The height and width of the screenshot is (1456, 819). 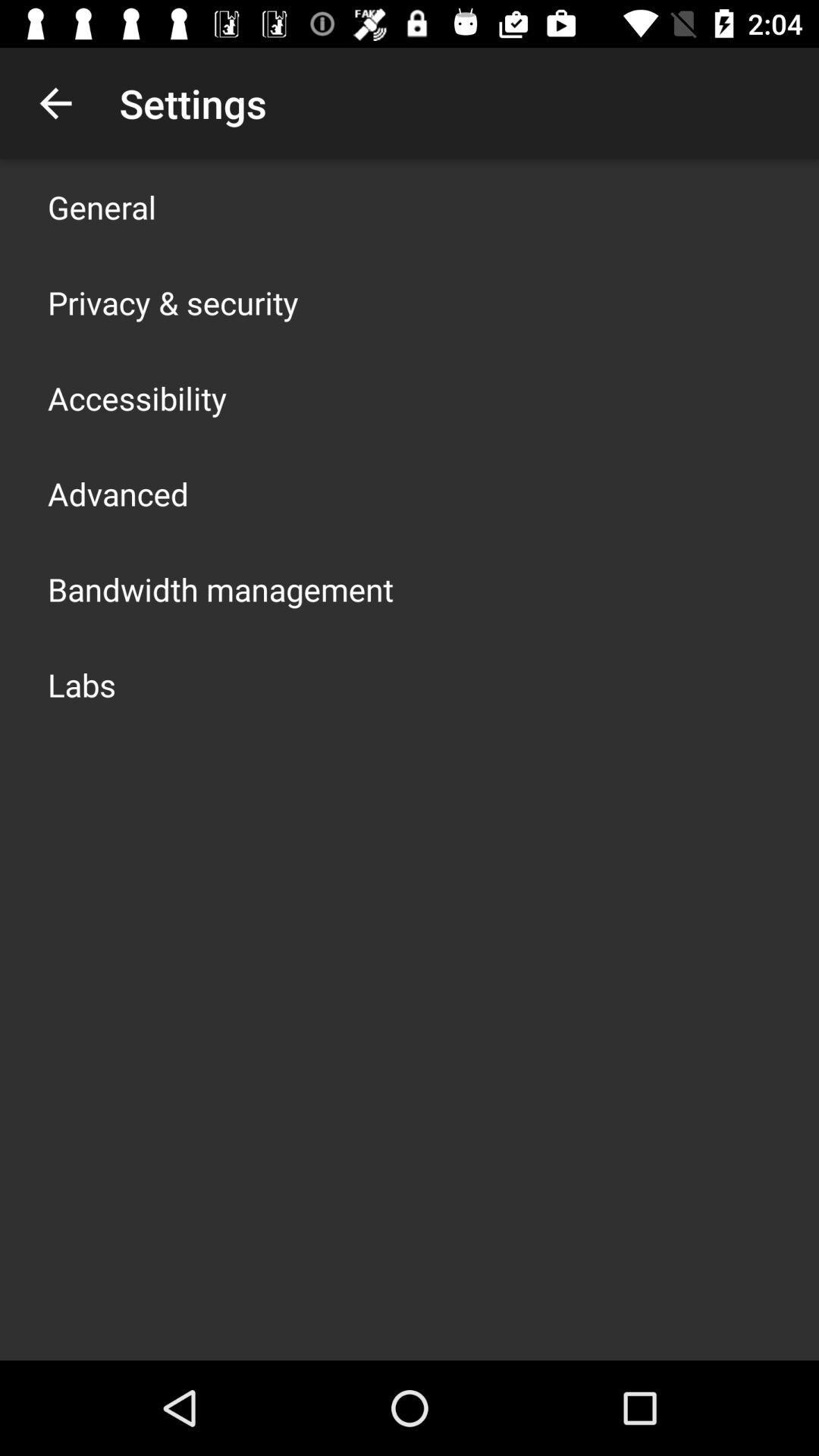 I want to click on app below the advanced, so click(x=220, y=588).